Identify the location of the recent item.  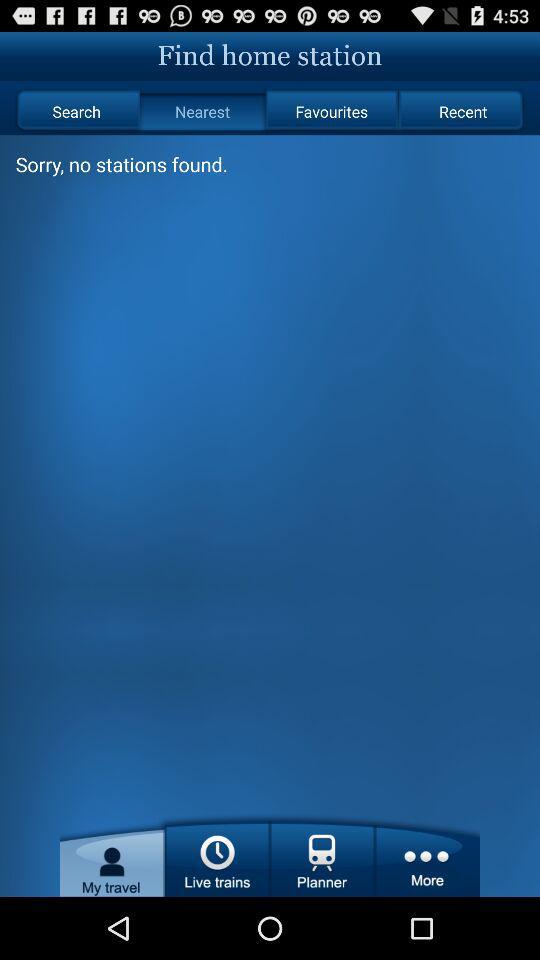
(463, 111).